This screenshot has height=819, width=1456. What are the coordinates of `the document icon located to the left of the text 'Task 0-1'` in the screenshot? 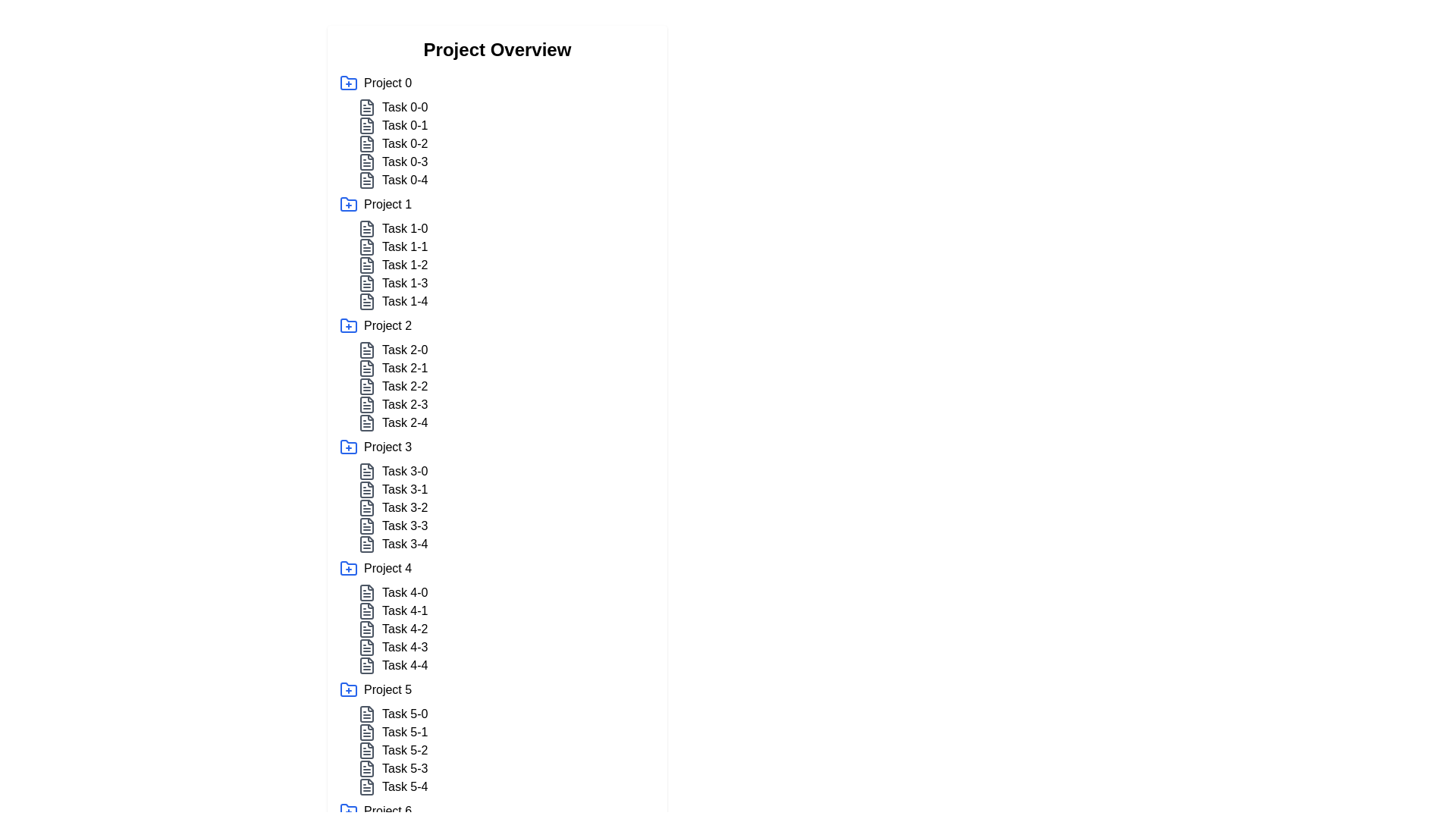 It's located at (367, 124).